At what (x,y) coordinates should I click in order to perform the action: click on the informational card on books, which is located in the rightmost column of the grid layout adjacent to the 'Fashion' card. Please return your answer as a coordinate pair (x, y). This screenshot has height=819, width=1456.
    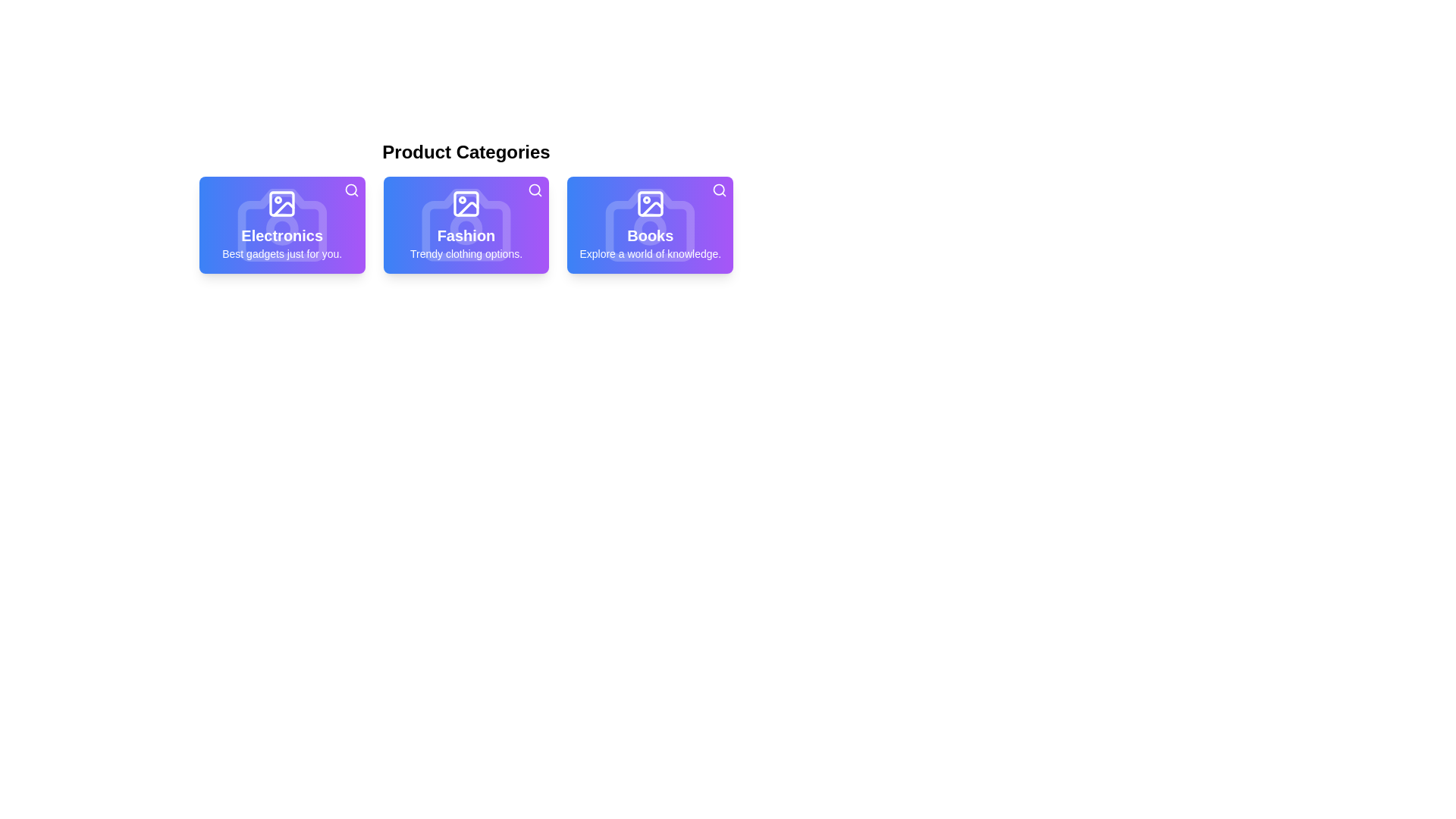
    Looking at the image, I should click on (650, 225).